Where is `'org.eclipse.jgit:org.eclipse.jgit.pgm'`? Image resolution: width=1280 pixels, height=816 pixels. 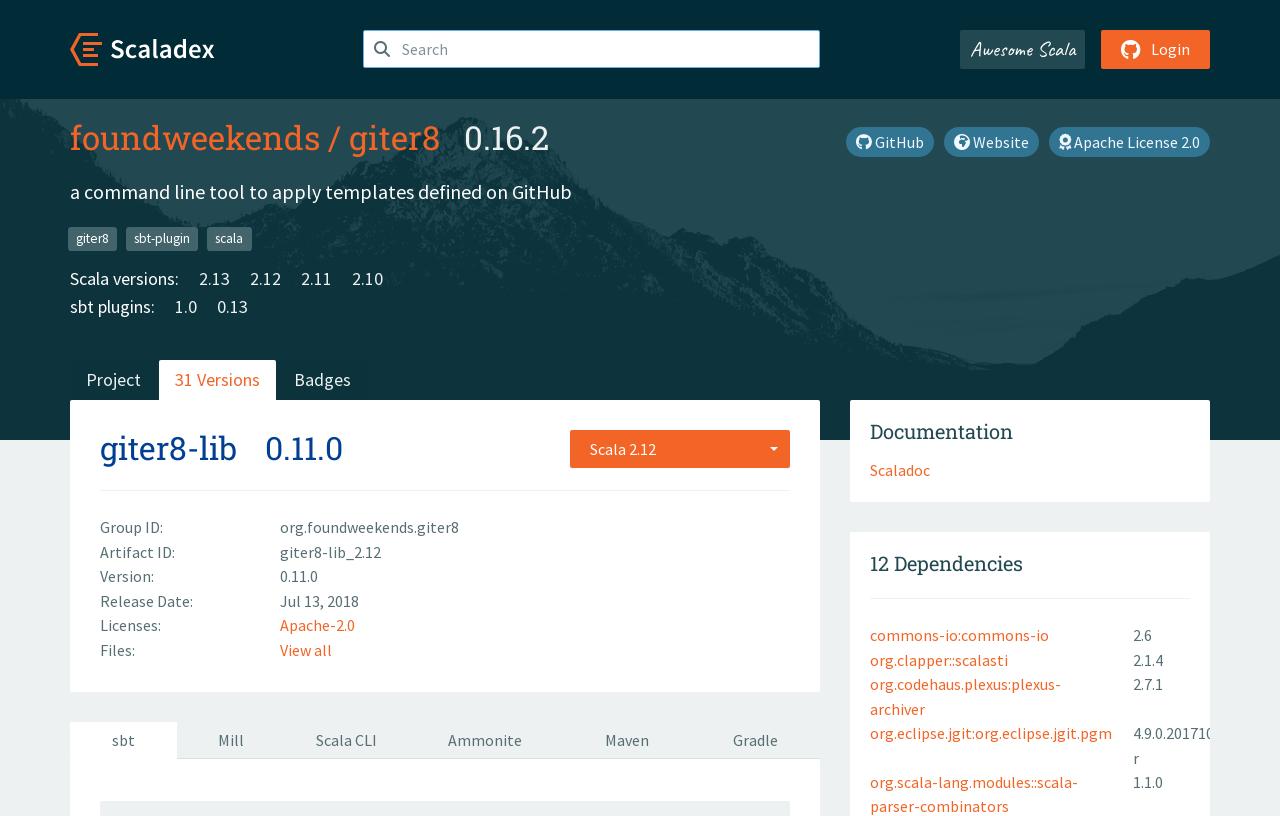 'org.eclipse.jgit:org.eclipse.jgit.pgm' is located at coordinates (990, 733).